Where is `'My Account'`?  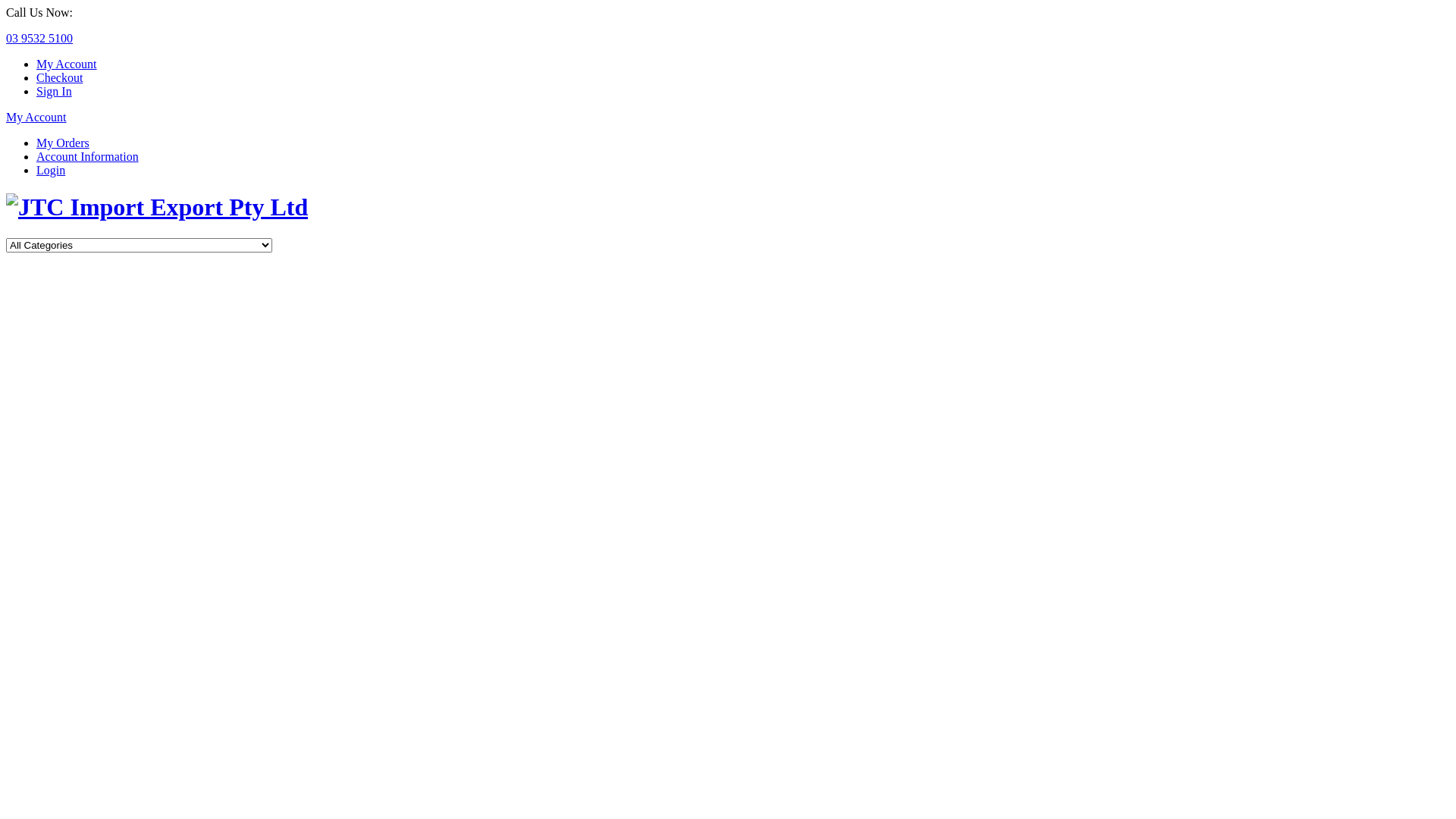
'My Account' is located at coordinates (36, 63).